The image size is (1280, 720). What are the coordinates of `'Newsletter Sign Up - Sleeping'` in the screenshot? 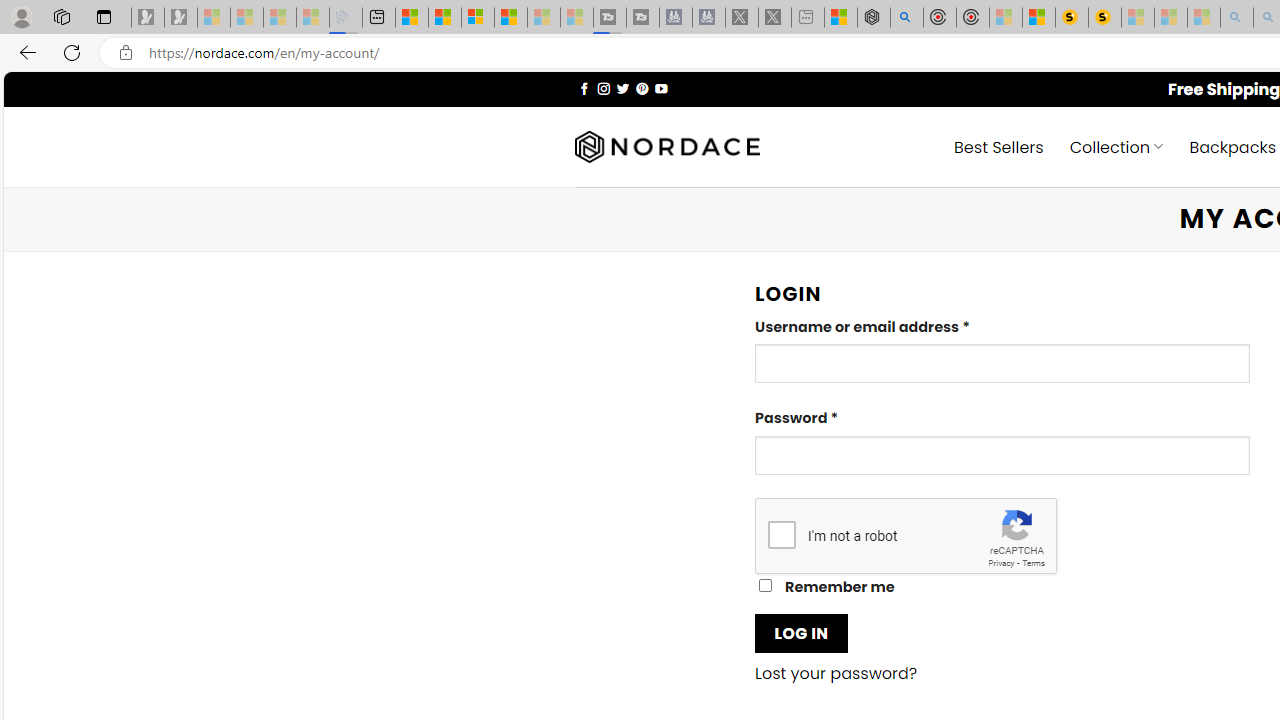 It's located at (181, 17).